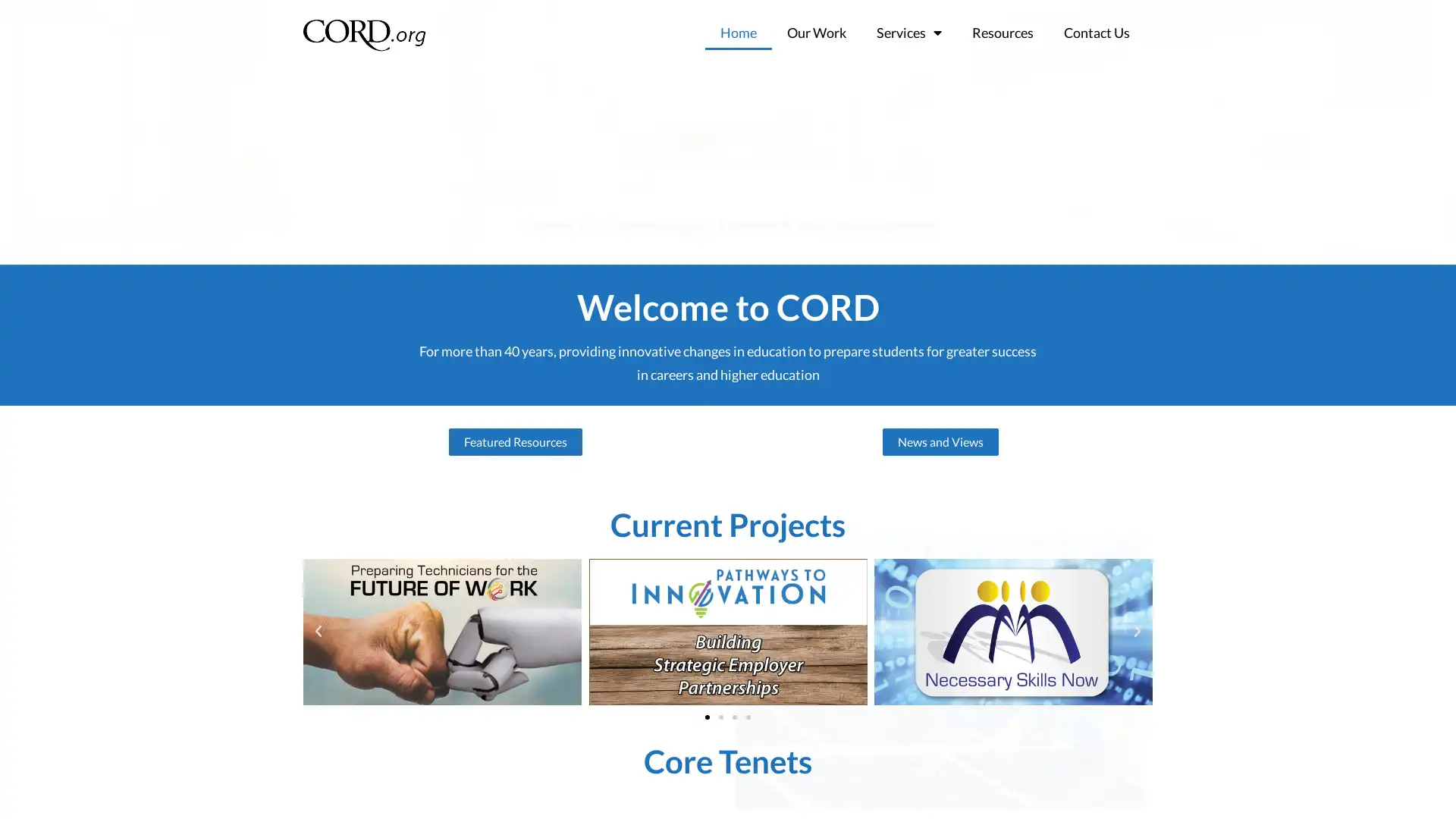 The width and height of the screenshot is (1456, 819). I want to click on Previous slide, so click(318, 631).